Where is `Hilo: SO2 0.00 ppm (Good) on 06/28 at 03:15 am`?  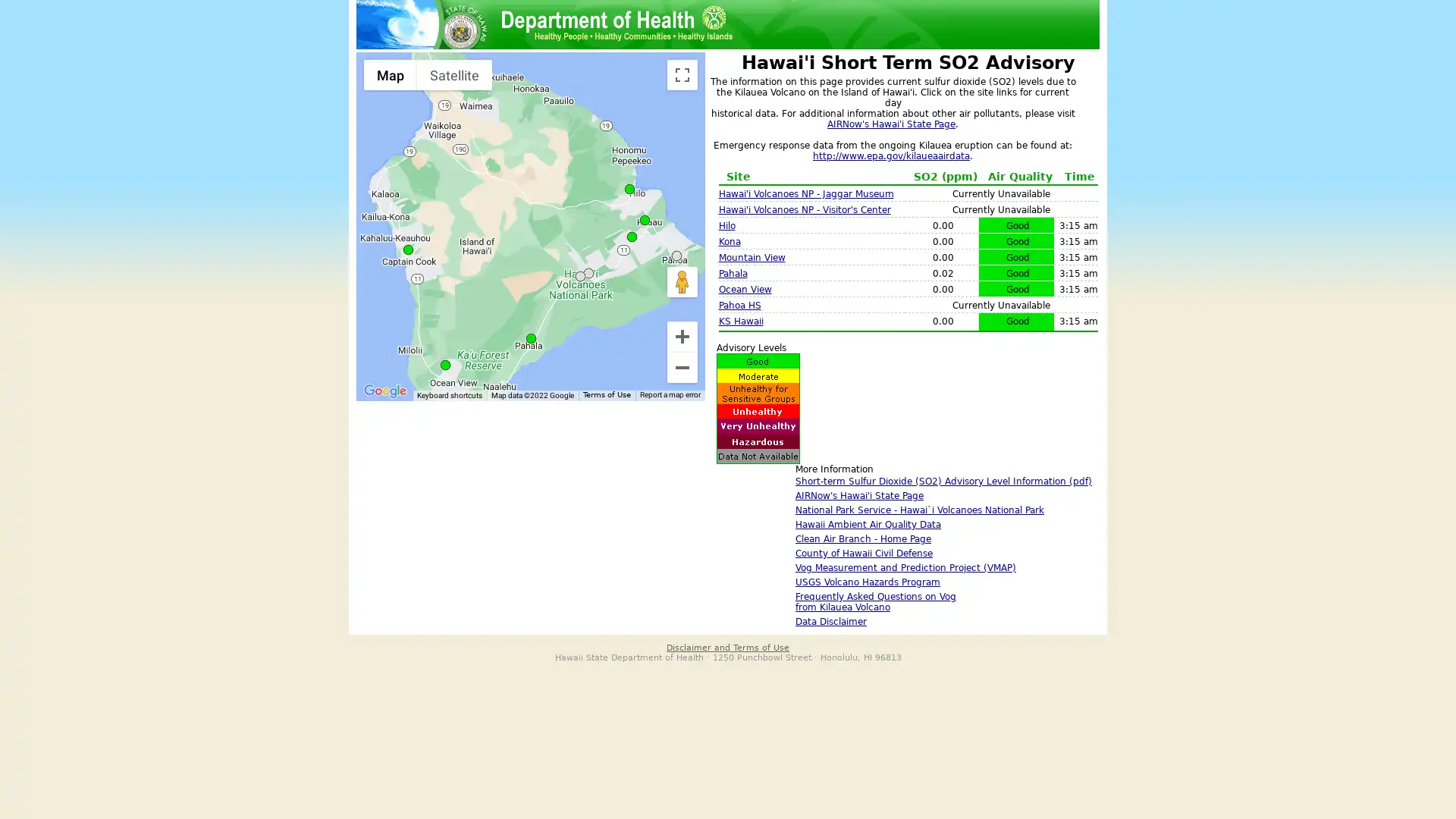
Hilo: SO2 0.00 ppm (Good) on 06/28 at 03:15 am is located at coordinates (629, 188).